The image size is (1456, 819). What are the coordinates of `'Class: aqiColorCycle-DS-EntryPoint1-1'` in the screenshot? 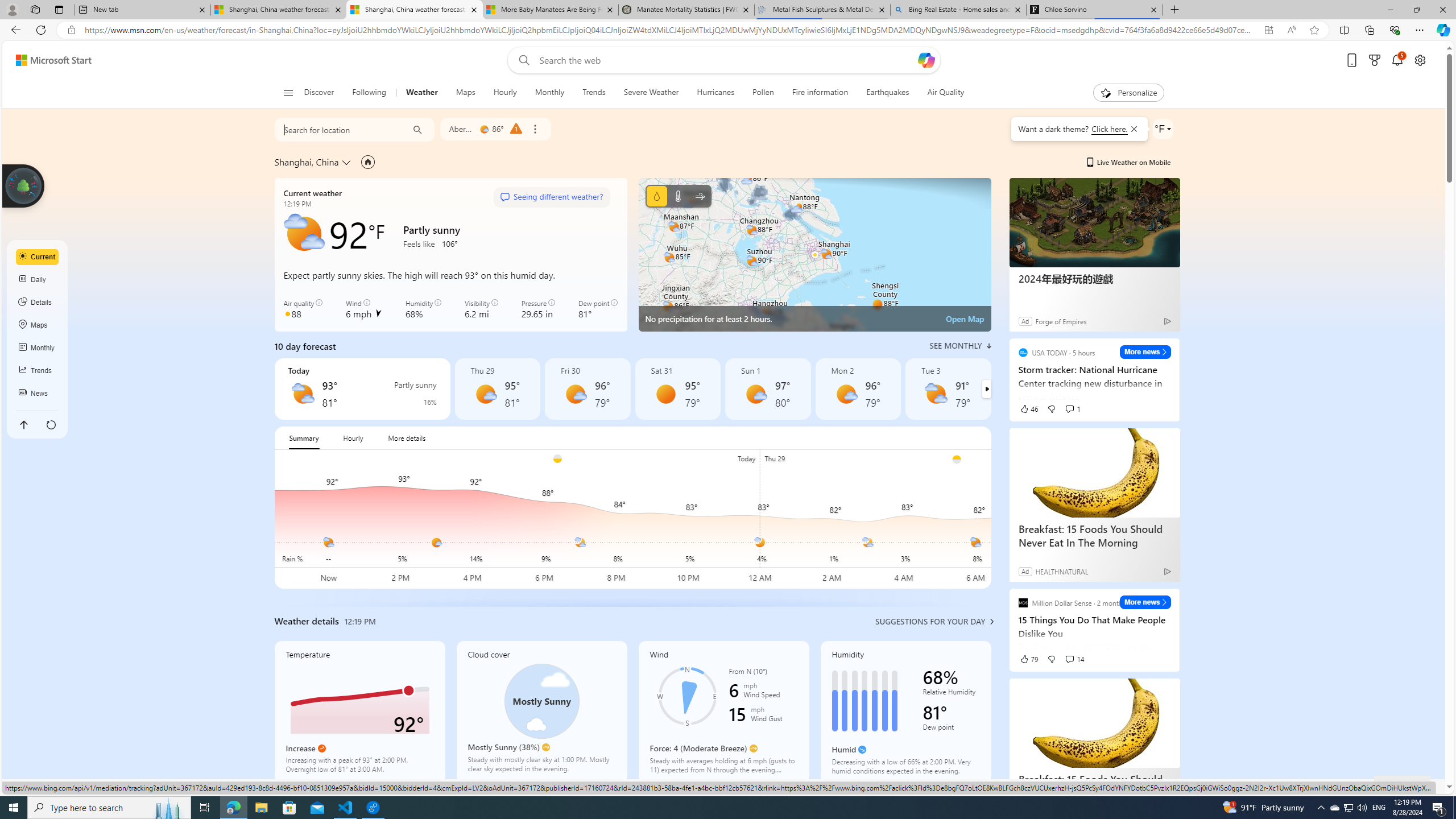 It's located at (287, 313).